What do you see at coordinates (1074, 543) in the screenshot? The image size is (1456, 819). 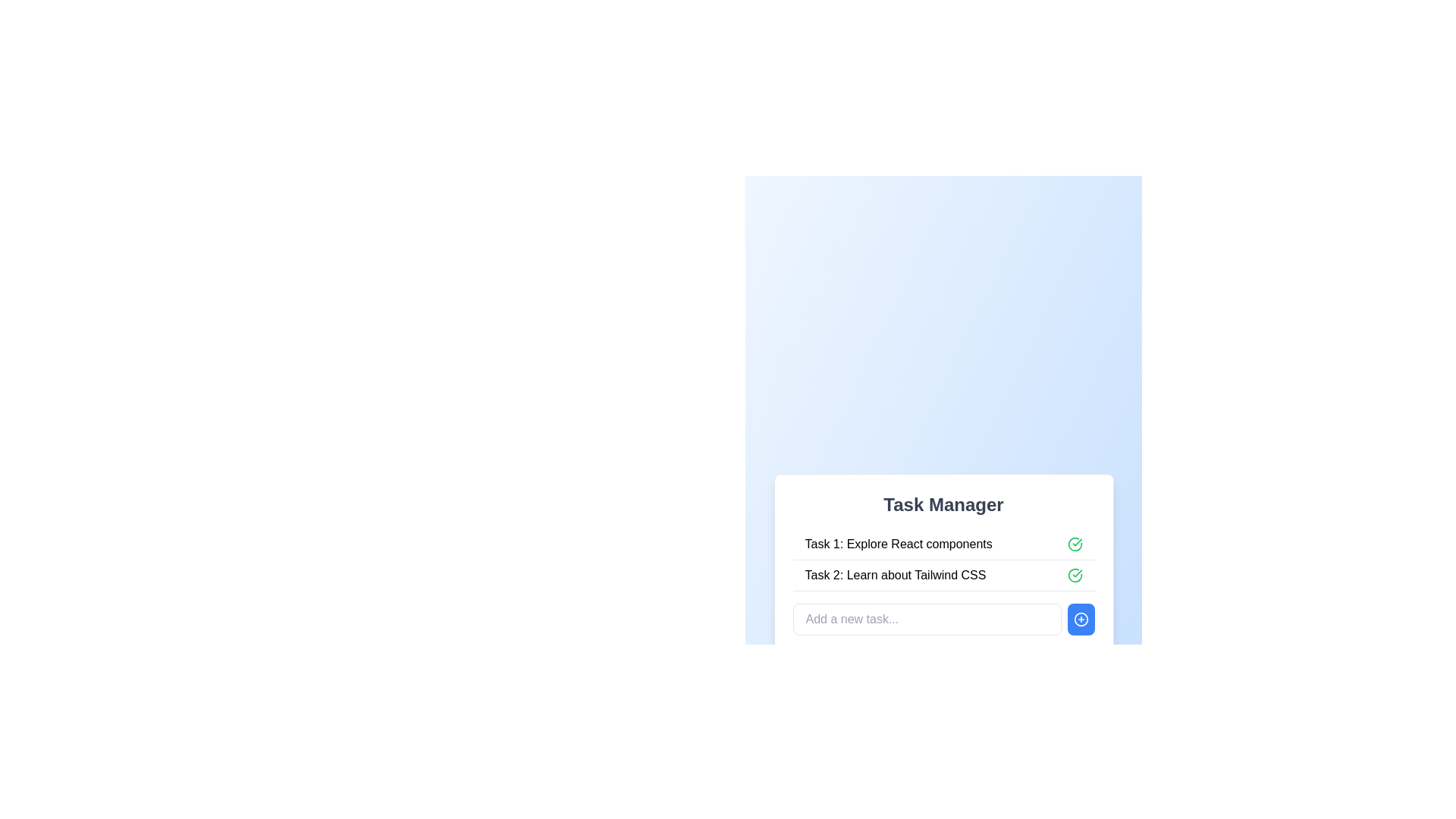 I see `the task status indicator icon located in the top-right corner of the bounding box, which follows the text 'Task 1: Explore React components'` at bounding box center [1074, 543].